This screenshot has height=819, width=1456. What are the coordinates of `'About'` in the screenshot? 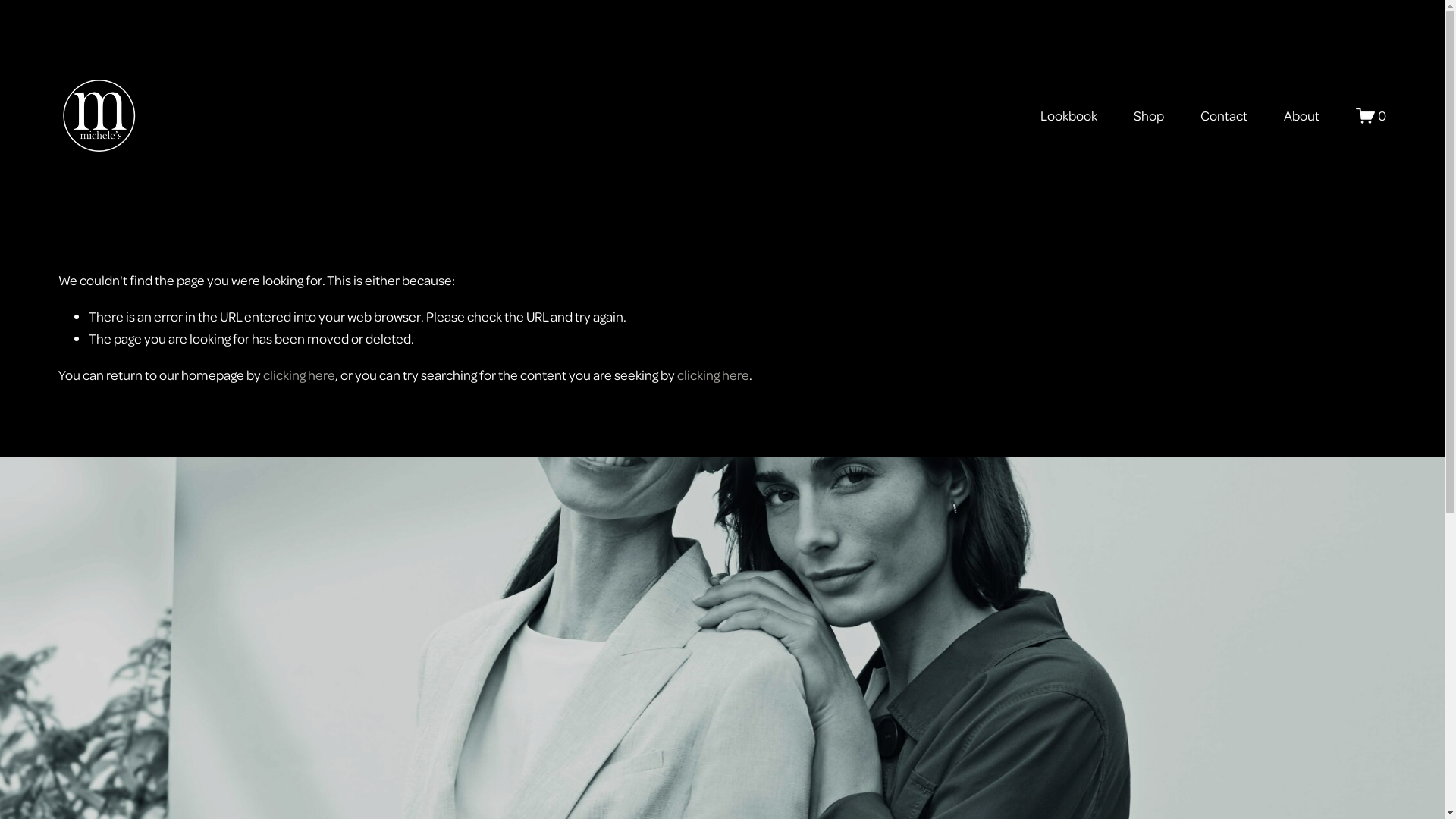 It's located at (1301, 115).